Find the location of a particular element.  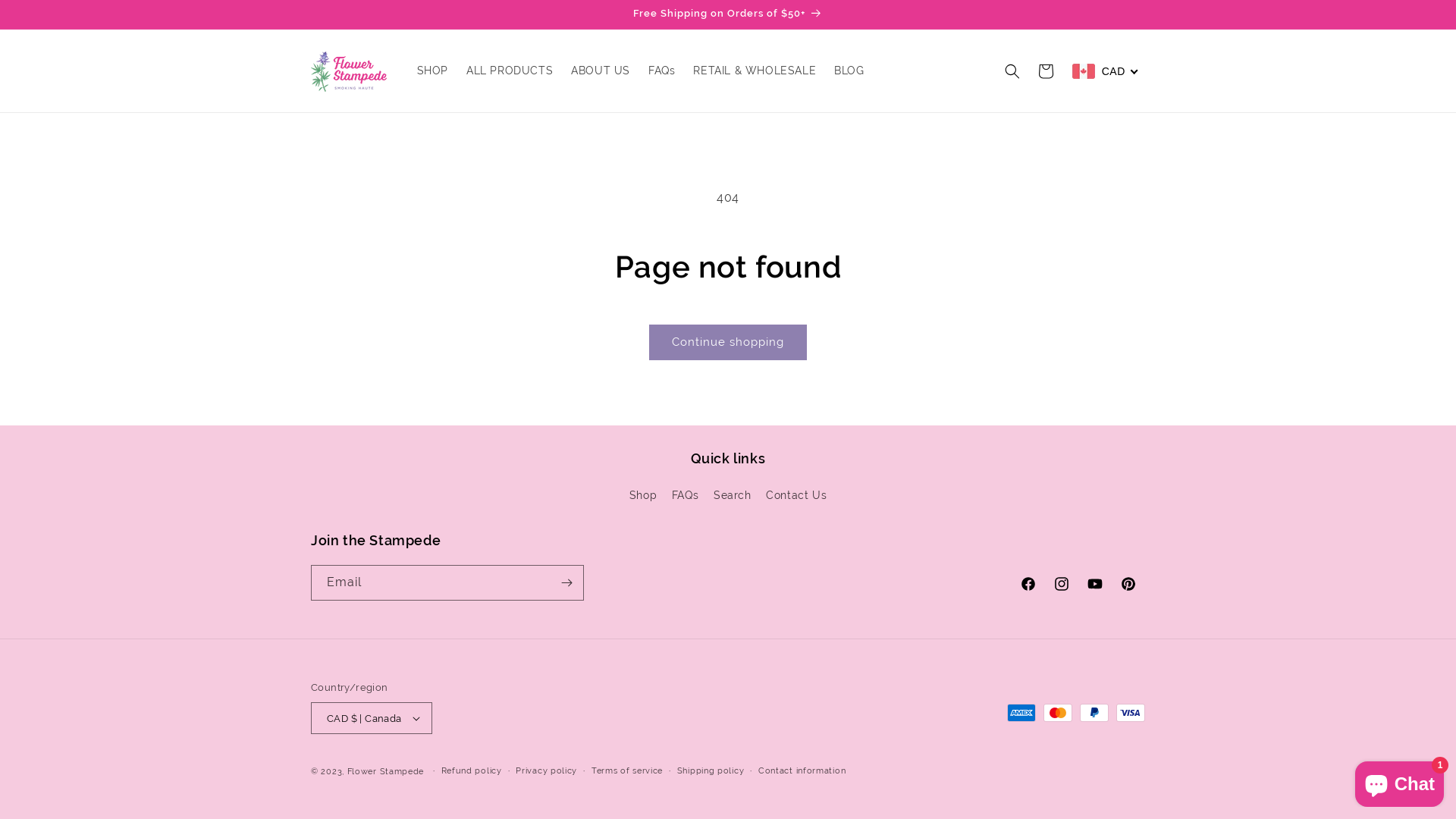

'Continue shopping' is located at coordinates (728, 342).